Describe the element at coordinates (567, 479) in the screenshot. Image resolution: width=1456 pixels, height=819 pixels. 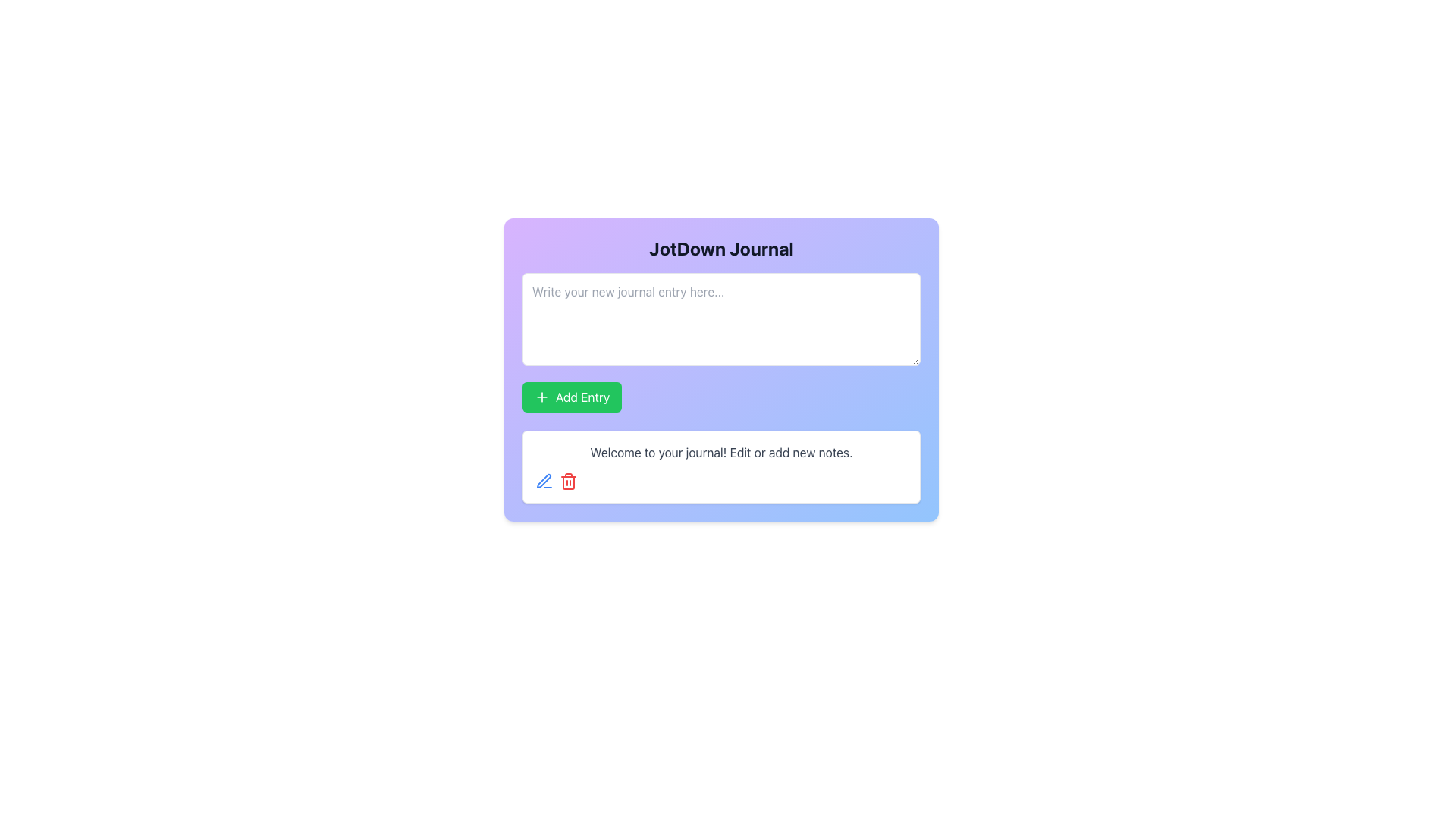
I see `the red trash can icon-button, which is the second interactive element` at that location.